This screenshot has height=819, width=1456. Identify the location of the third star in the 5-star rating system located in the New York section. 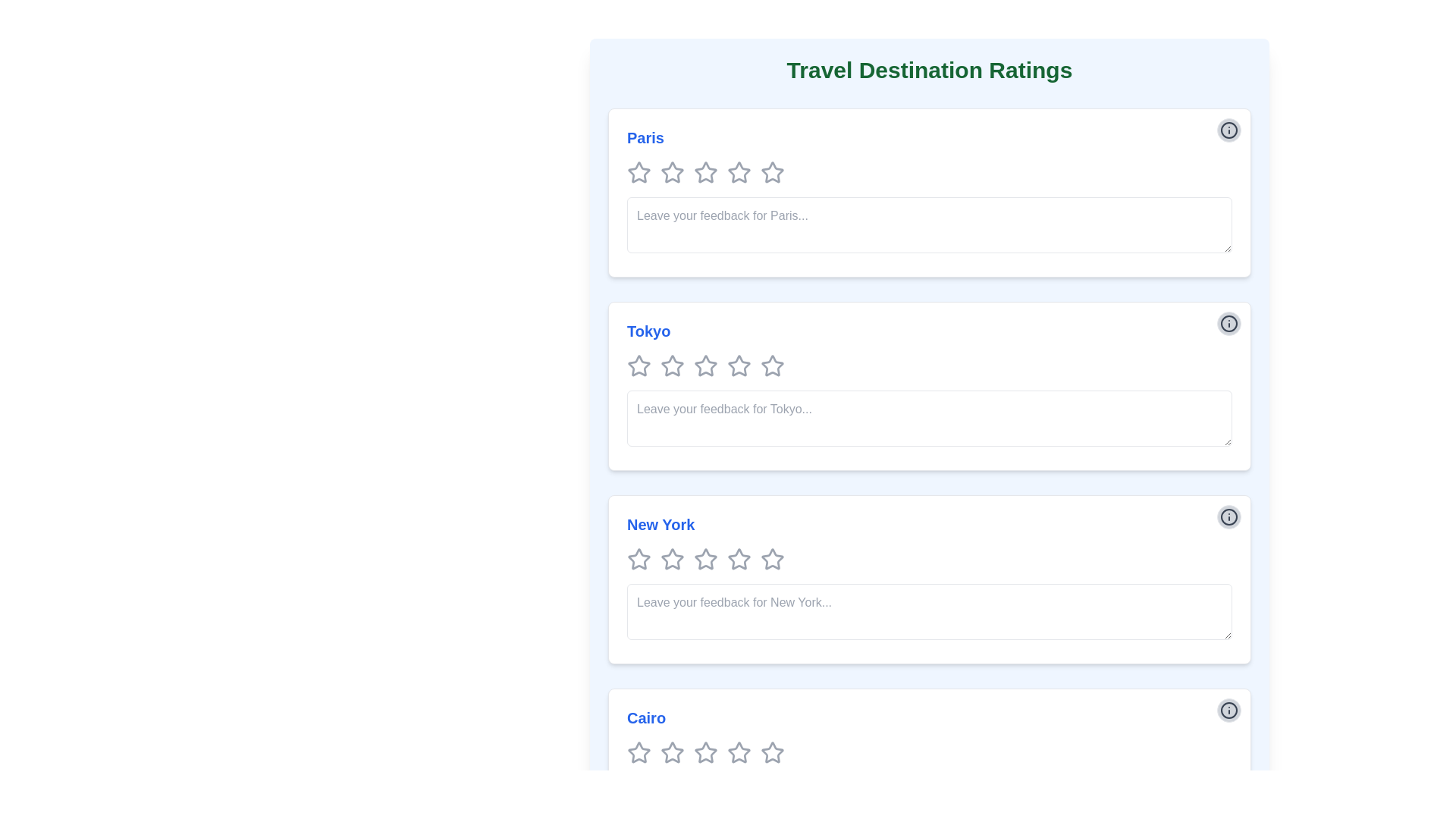
(739, 559).